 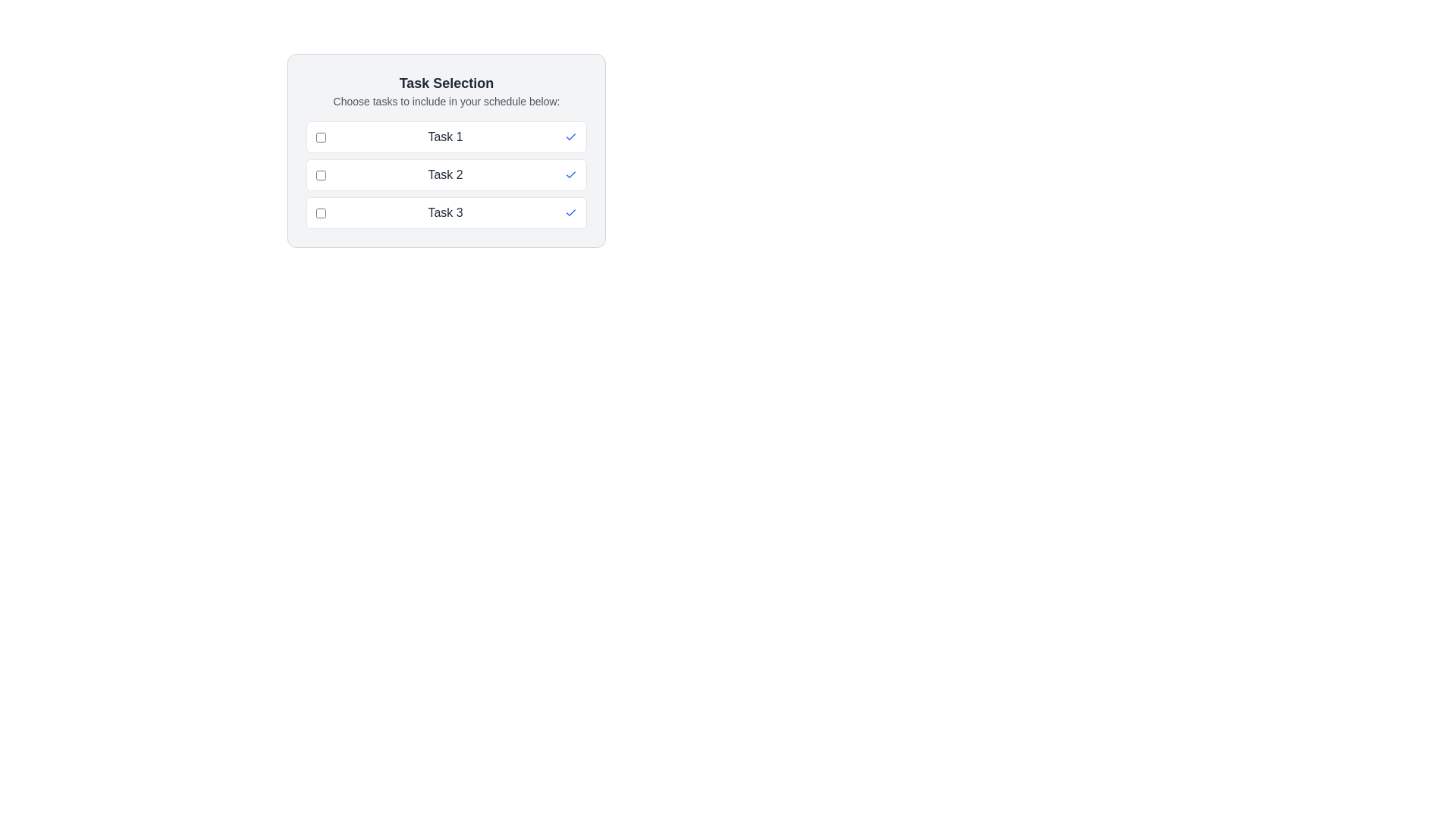 What do you see at coordinates (446, 213) in the screenshot?
I see `the checkbox of the interactive list item labeled 'Task 3'` at bounding box center [446, 213].